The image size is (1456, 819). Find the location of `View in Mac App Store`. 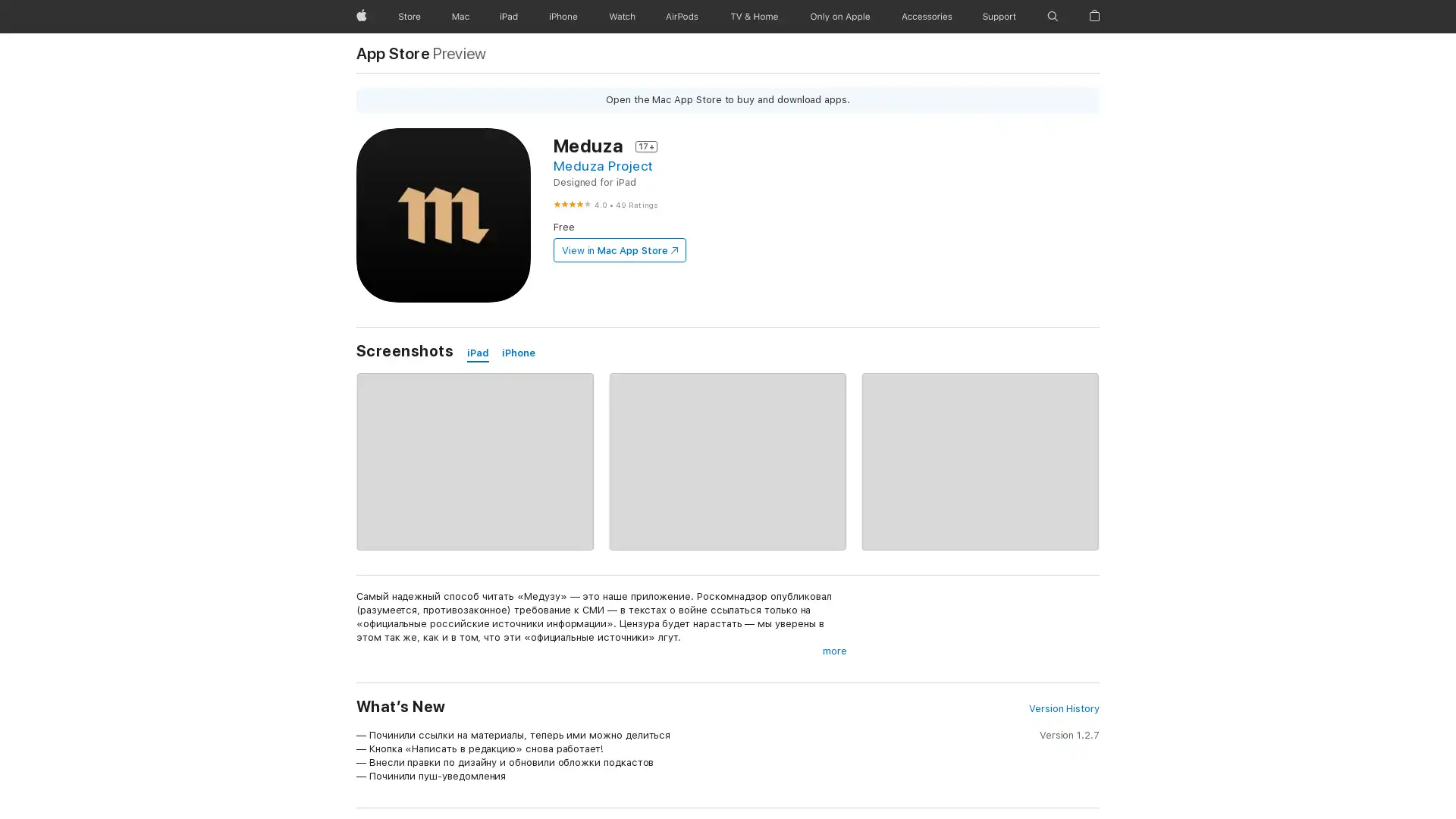

View in Mac App Store is located at coordinates (619, 249).